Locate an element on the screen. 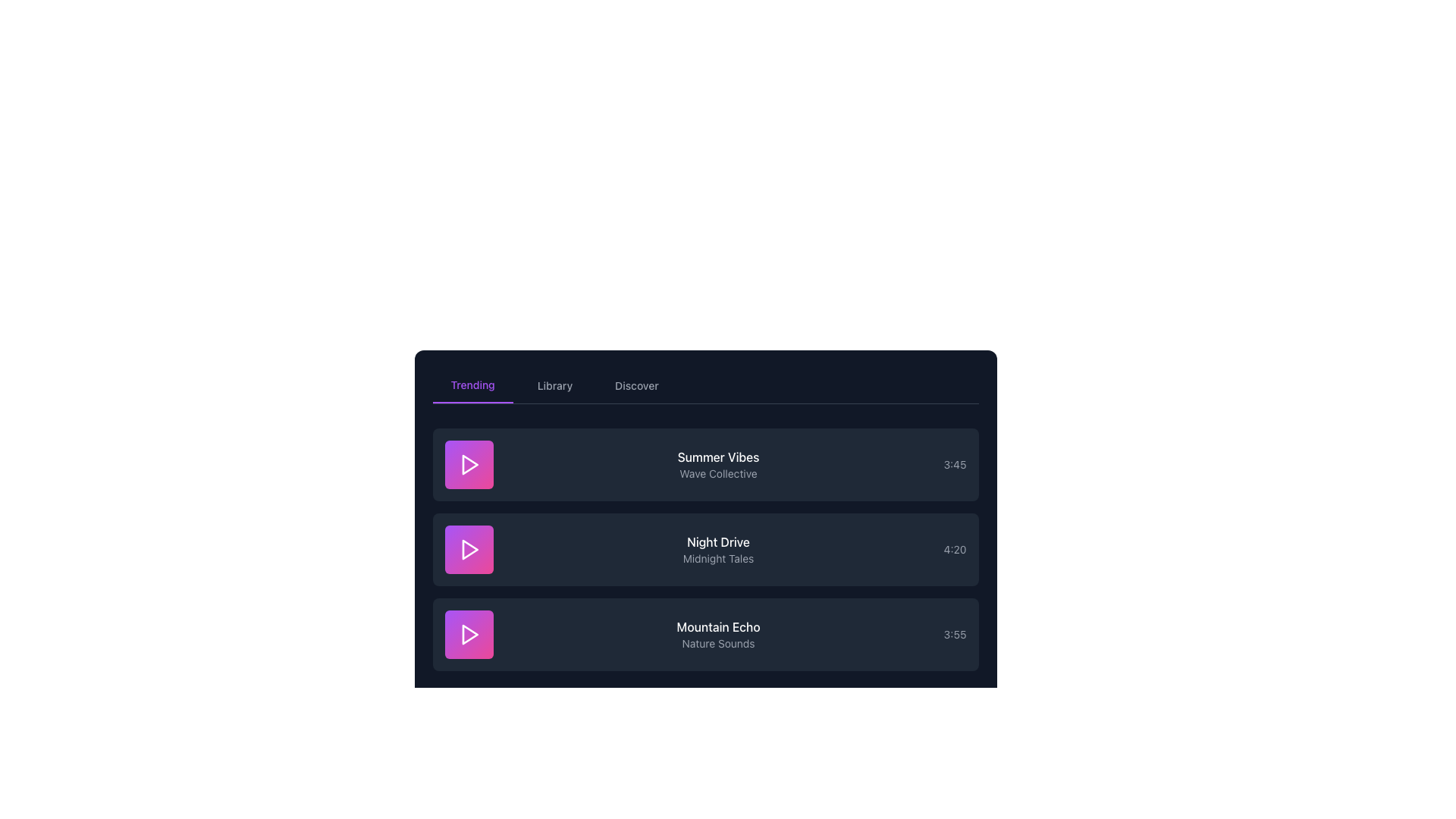 This screenshot has height=819, width=1456. the text label indicating the name of a song or audio track, which is positioned above 'Midnight Tales' in a playlist interface is located at coordinates (717, 541).